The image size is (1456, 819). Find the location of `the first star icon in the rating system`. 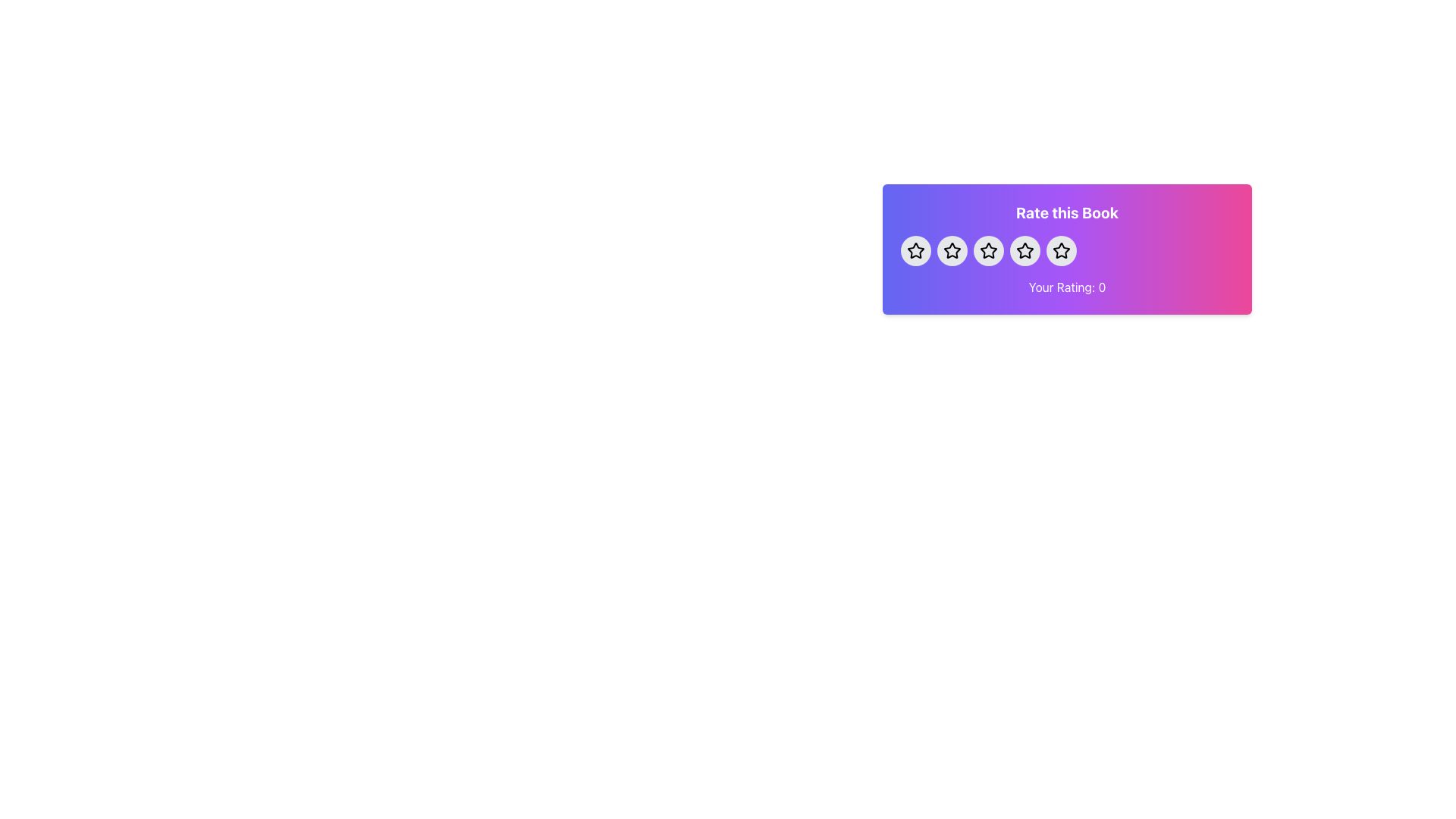

the first star icon in the rating system is located at coordinates (915, 249).